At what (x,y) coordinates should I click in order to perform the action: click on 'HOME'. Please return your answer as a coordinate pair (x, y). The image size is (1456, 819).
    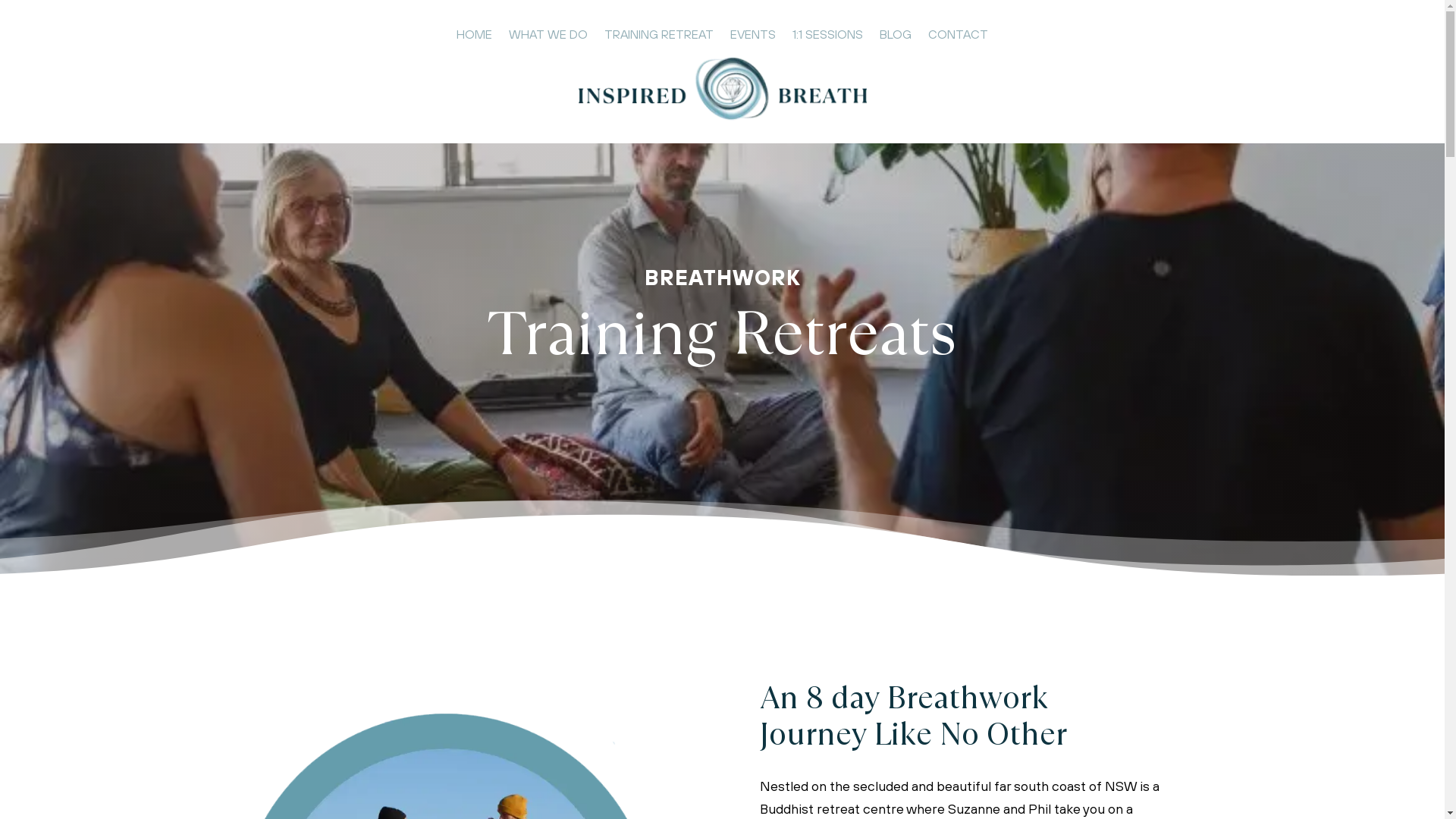
    Looking at the image, I should click on (473, 36).